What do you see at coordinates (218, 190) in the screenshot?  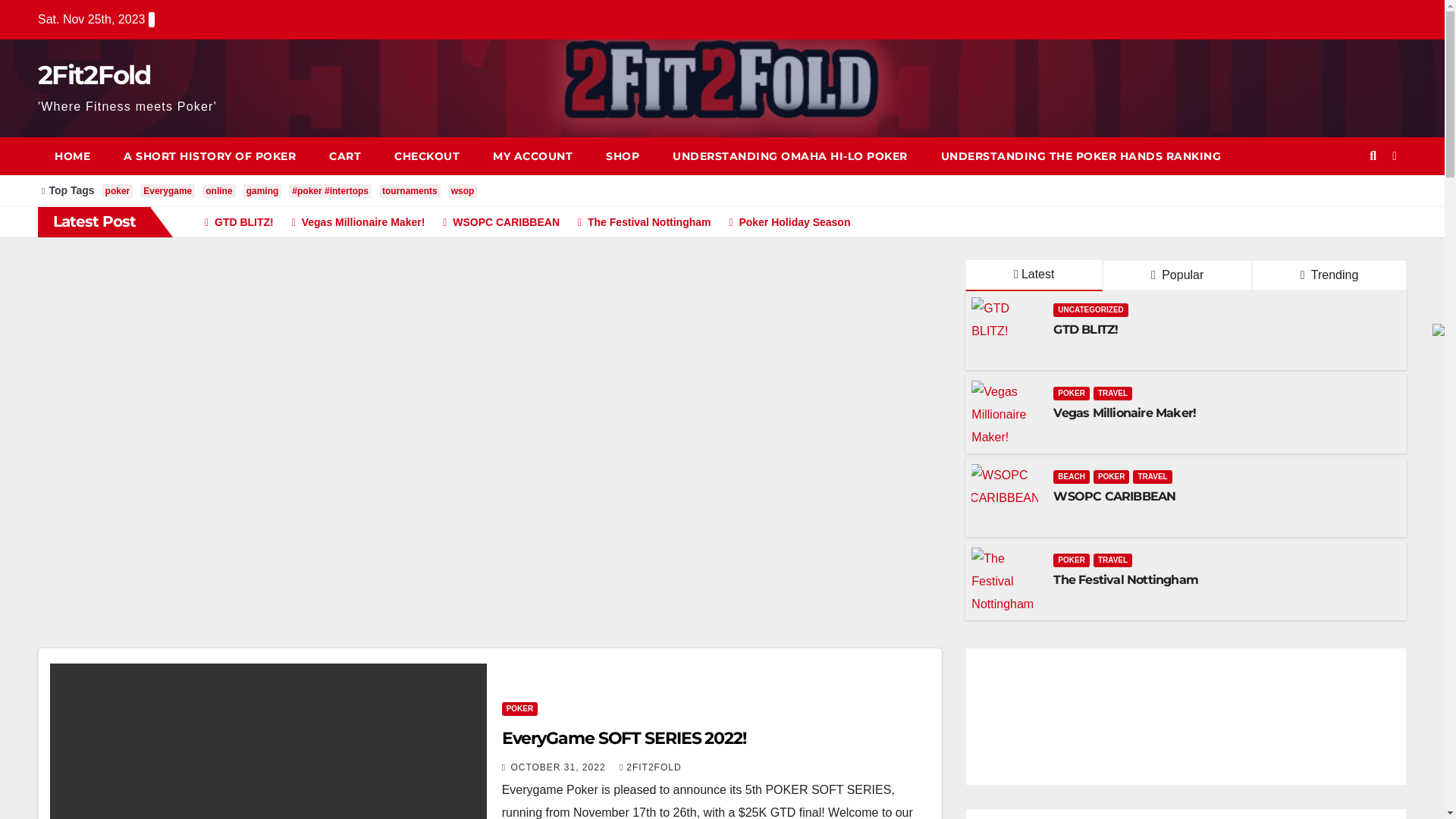 I see `'online'` at bounding box center [218, 190].